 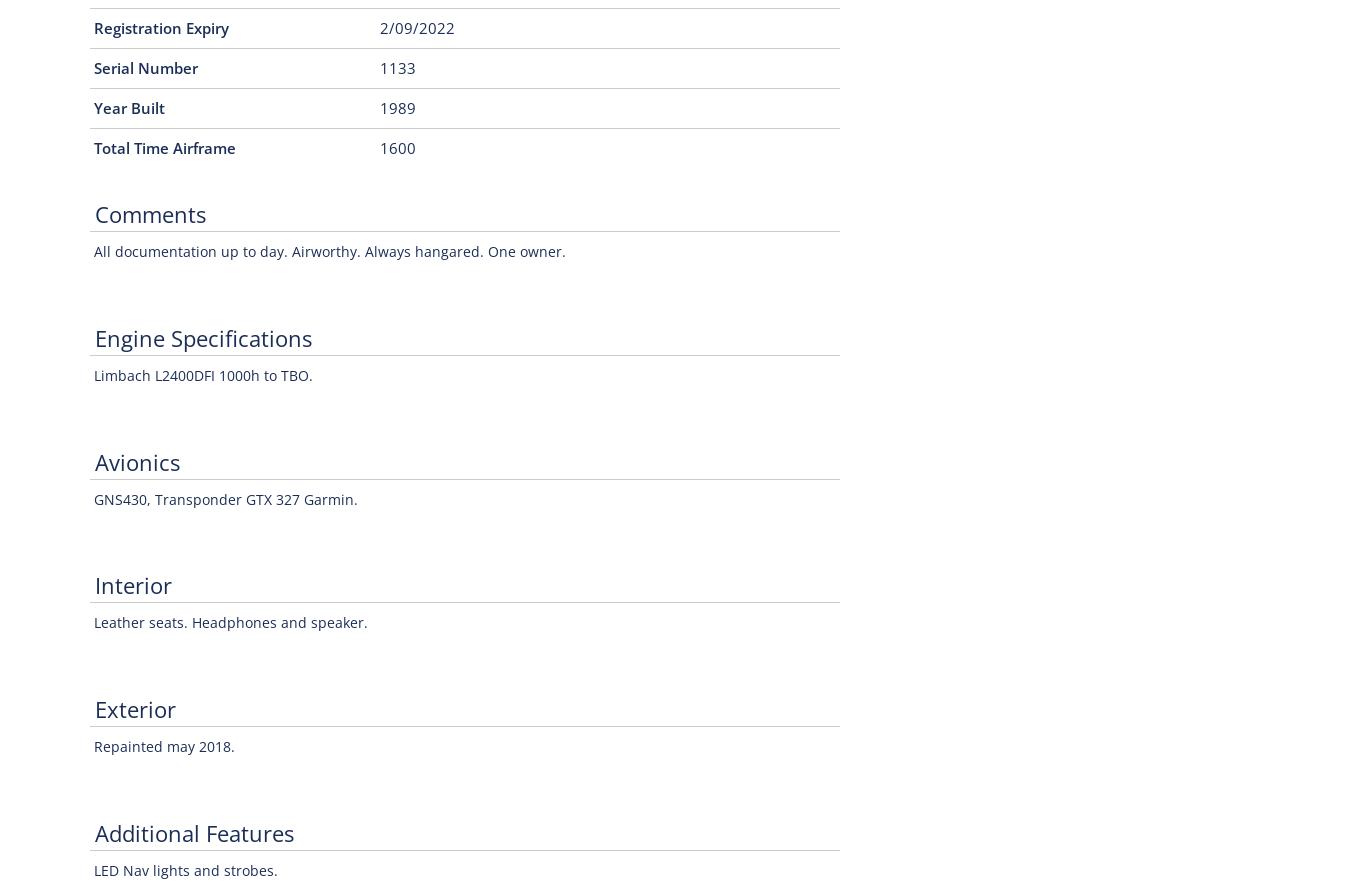 What do you see at coordinates (164, 745) in the screenshot?
I see `'Repainted may 2018.'` at bounding box center [164, 745].